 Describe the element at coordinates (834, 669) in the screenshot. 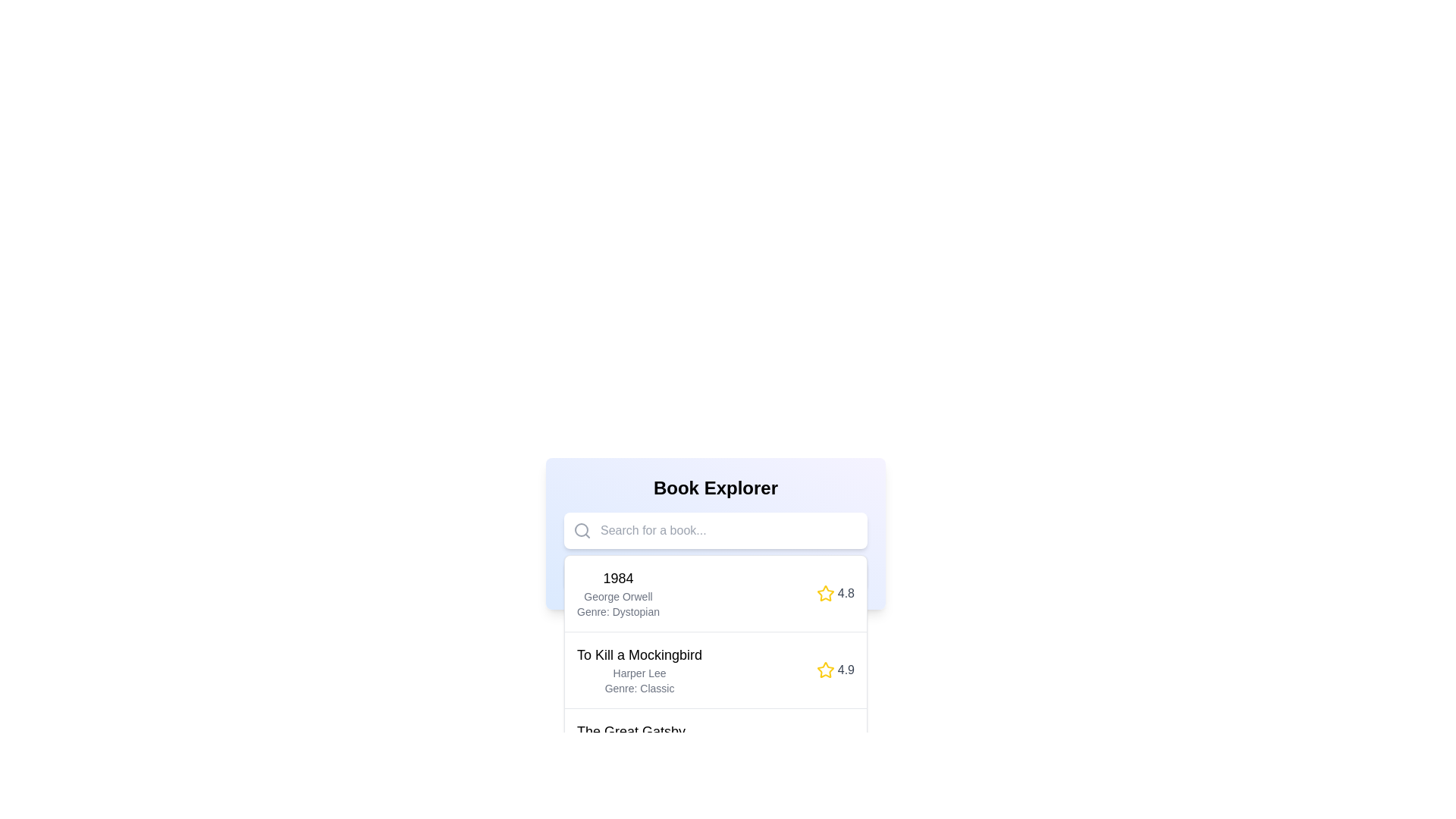

I see `the displayed rating value on the right side of the 'To Kill a Mockingbird' entry, which visually represents the book's user rating with an icon and numerical value` at that location.